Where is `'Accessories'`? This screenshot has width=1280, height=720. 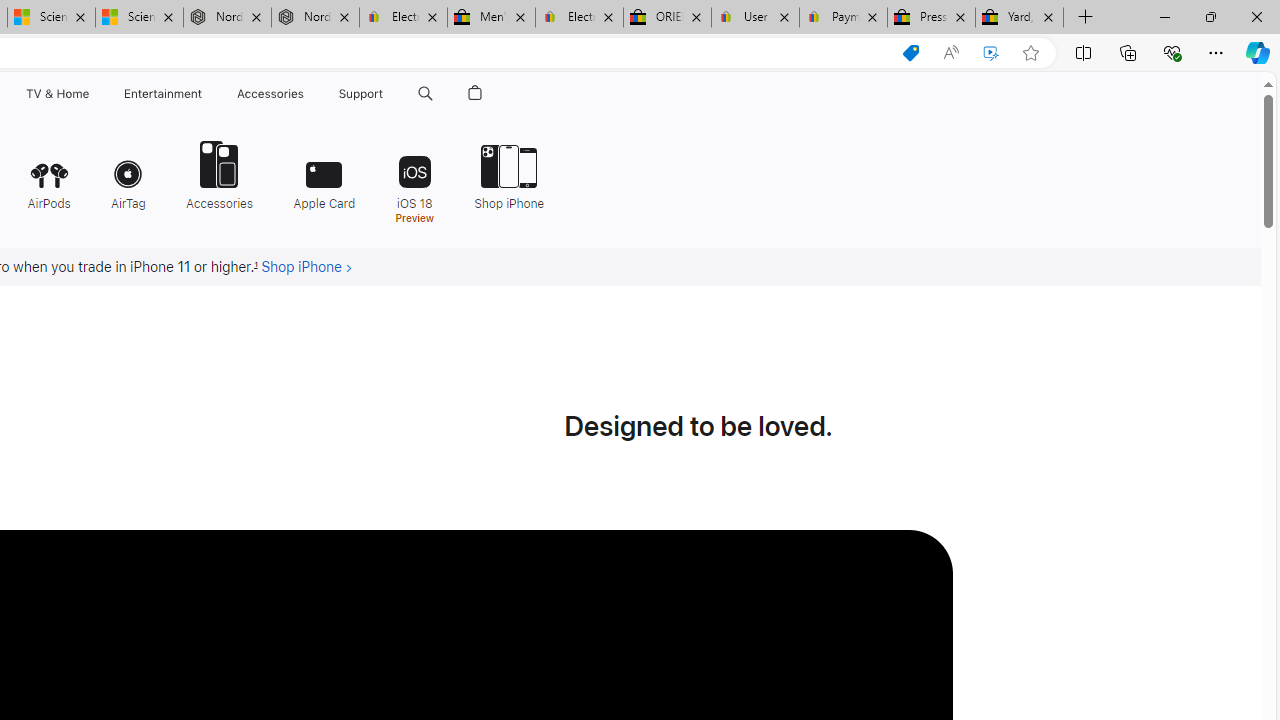 'Accessories' is located at coordinates (219, 172).